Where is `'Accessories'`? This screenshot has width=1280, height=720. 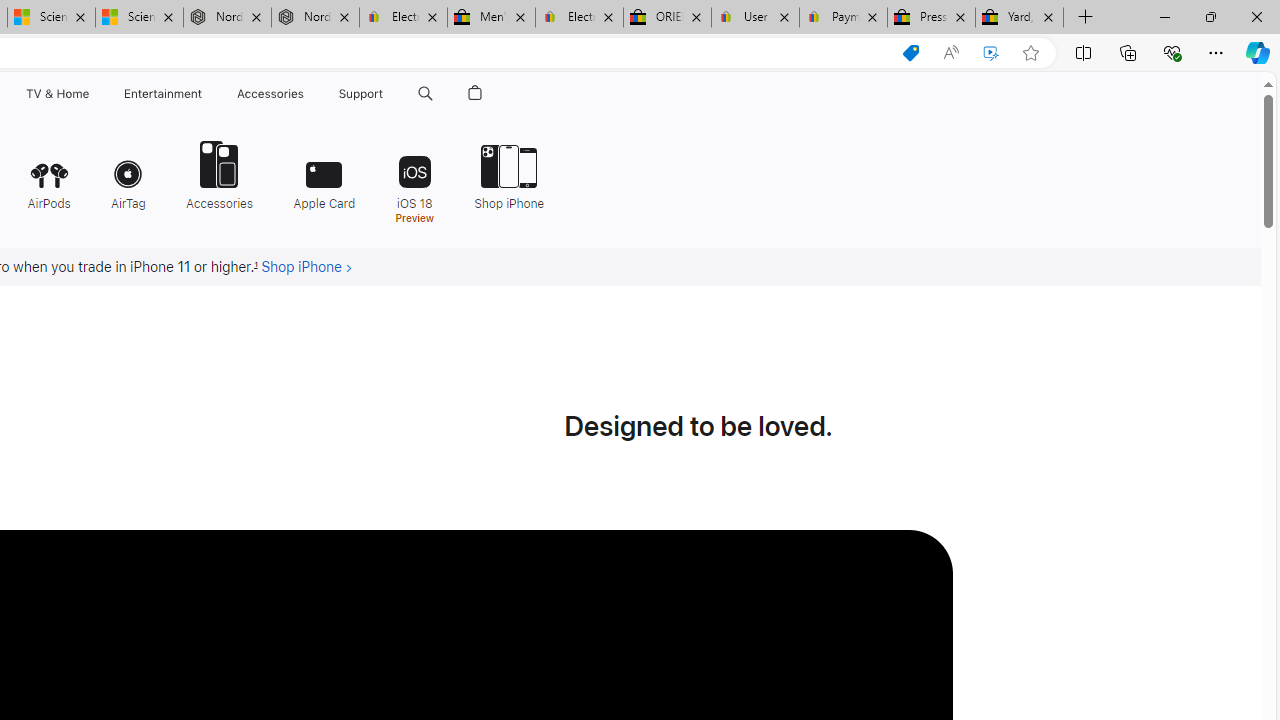 'Accessories' is located at coordinates (219, 172).